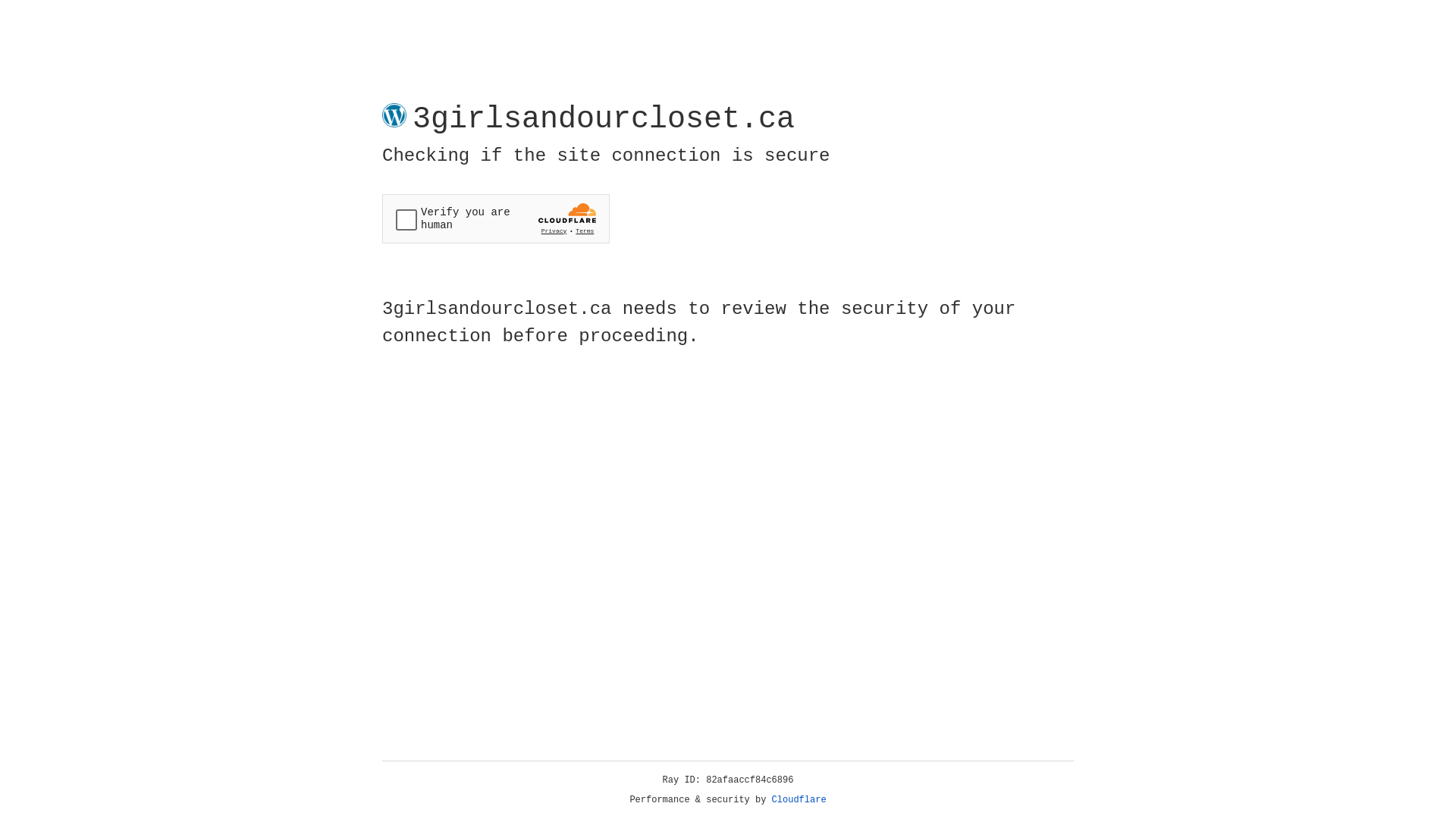 The width and height of the screenshot is (1456, 819). Describe the element at coordinates (771, 799) in the screenshot. I see `'Cloudflare'` at that location.